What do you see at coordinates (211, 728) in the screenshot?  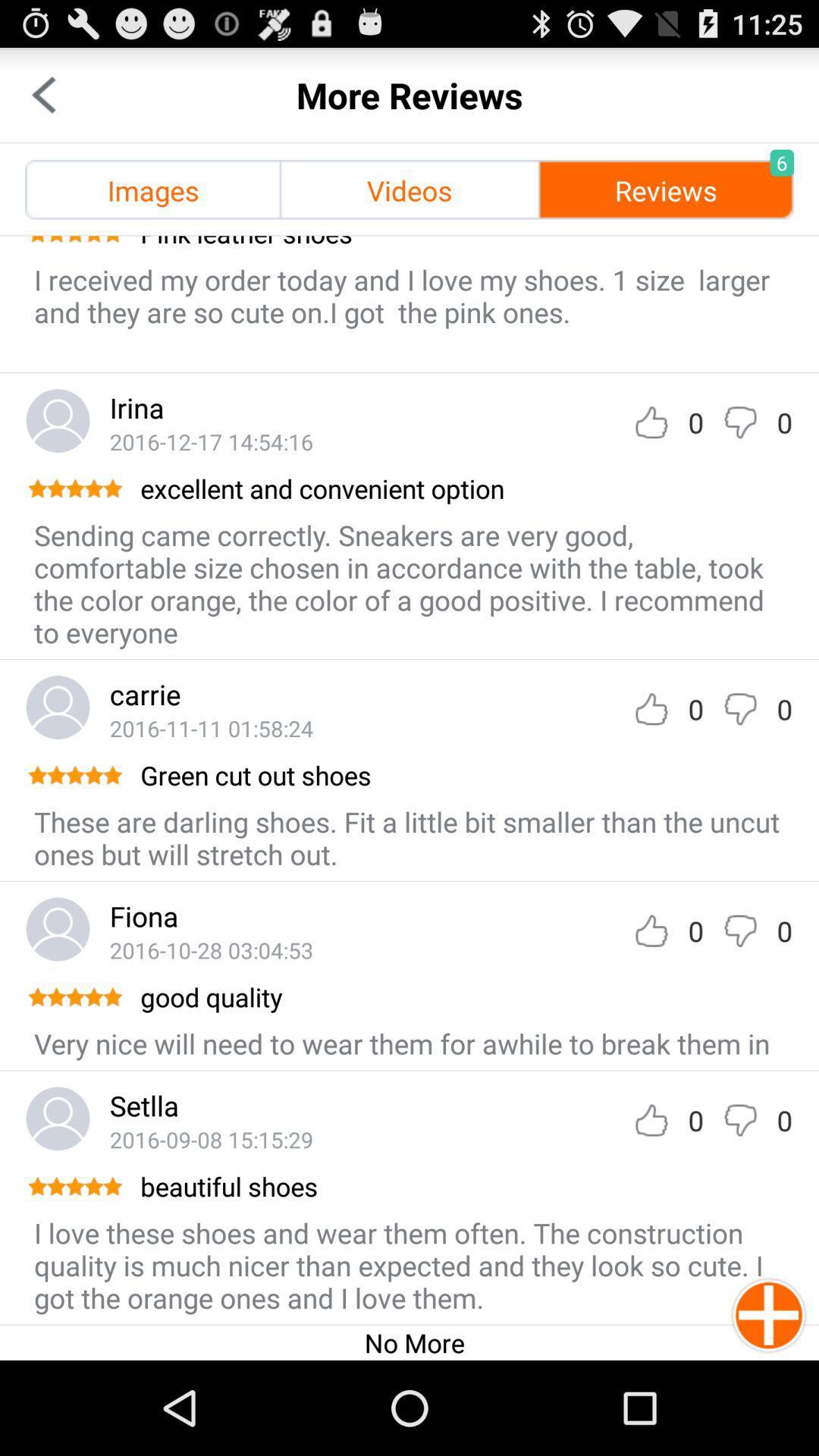 I see `item above the green cut out` at bounding box center [211, 728].